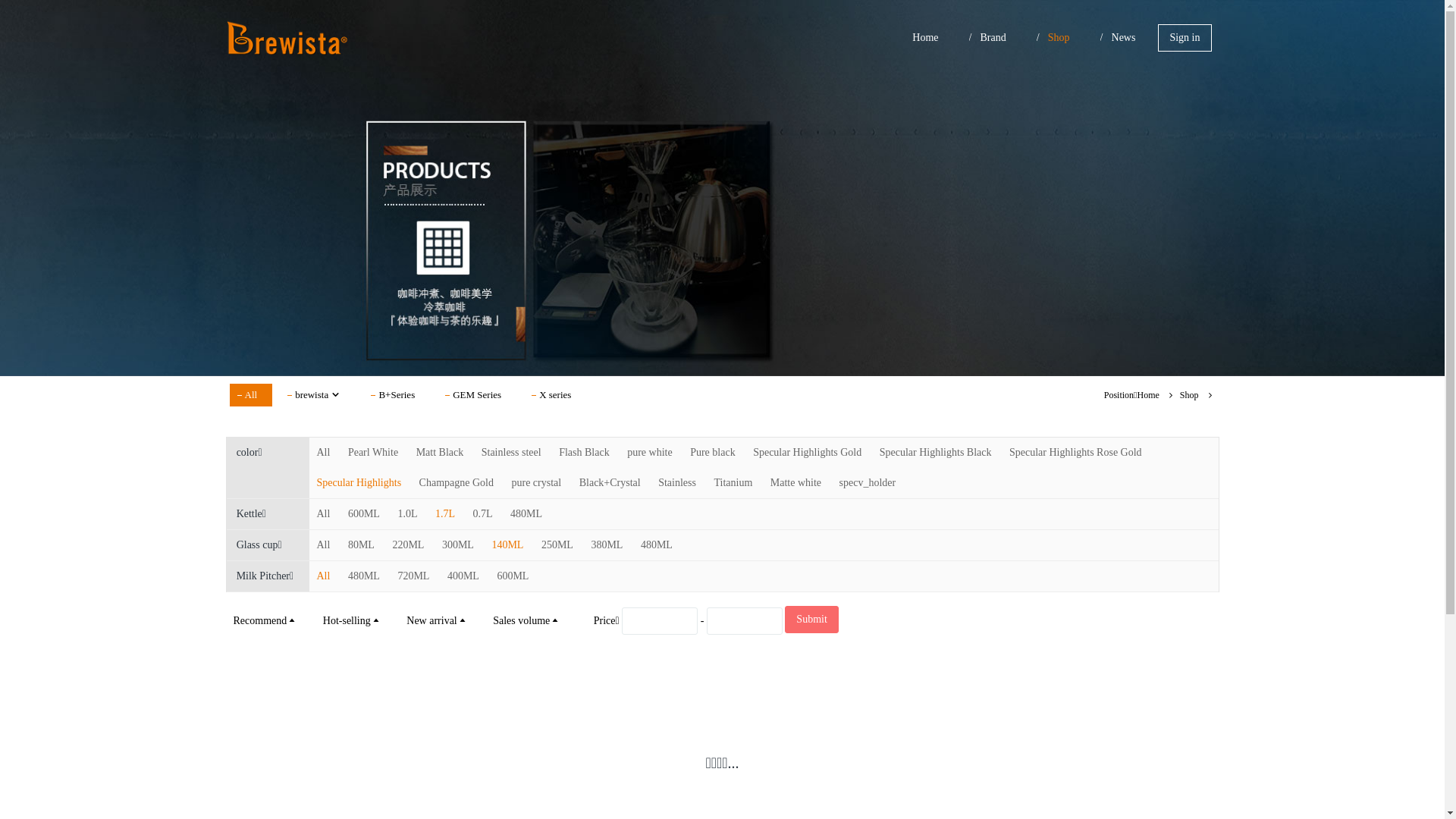  Describe the element at coordinates (351, 620) in the screenshot. I see `'Hot-selling'` at that location.